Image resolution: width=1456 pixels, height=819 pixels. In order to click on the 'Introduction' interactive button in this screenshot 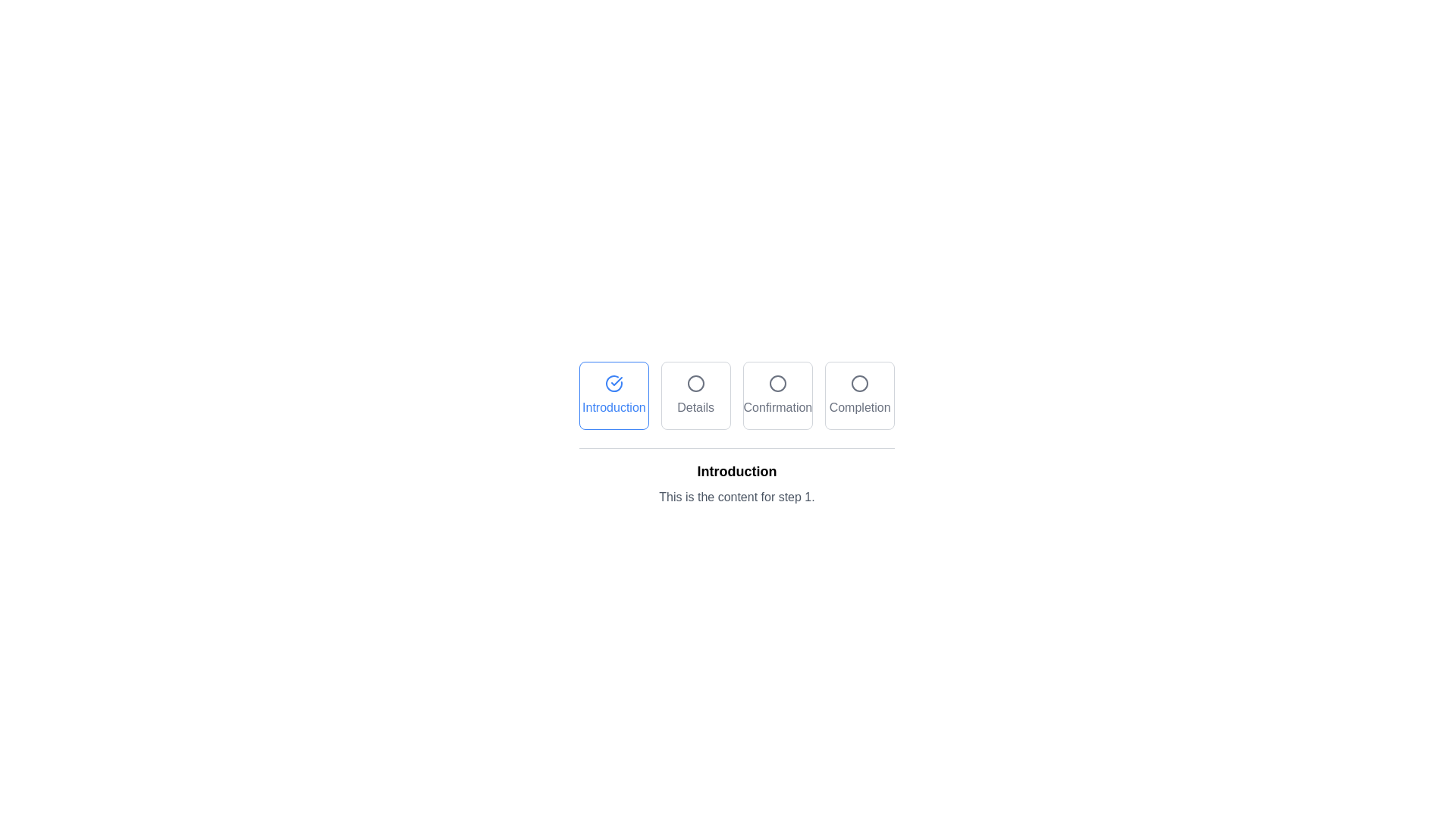, I will do `click(613, 394)`.